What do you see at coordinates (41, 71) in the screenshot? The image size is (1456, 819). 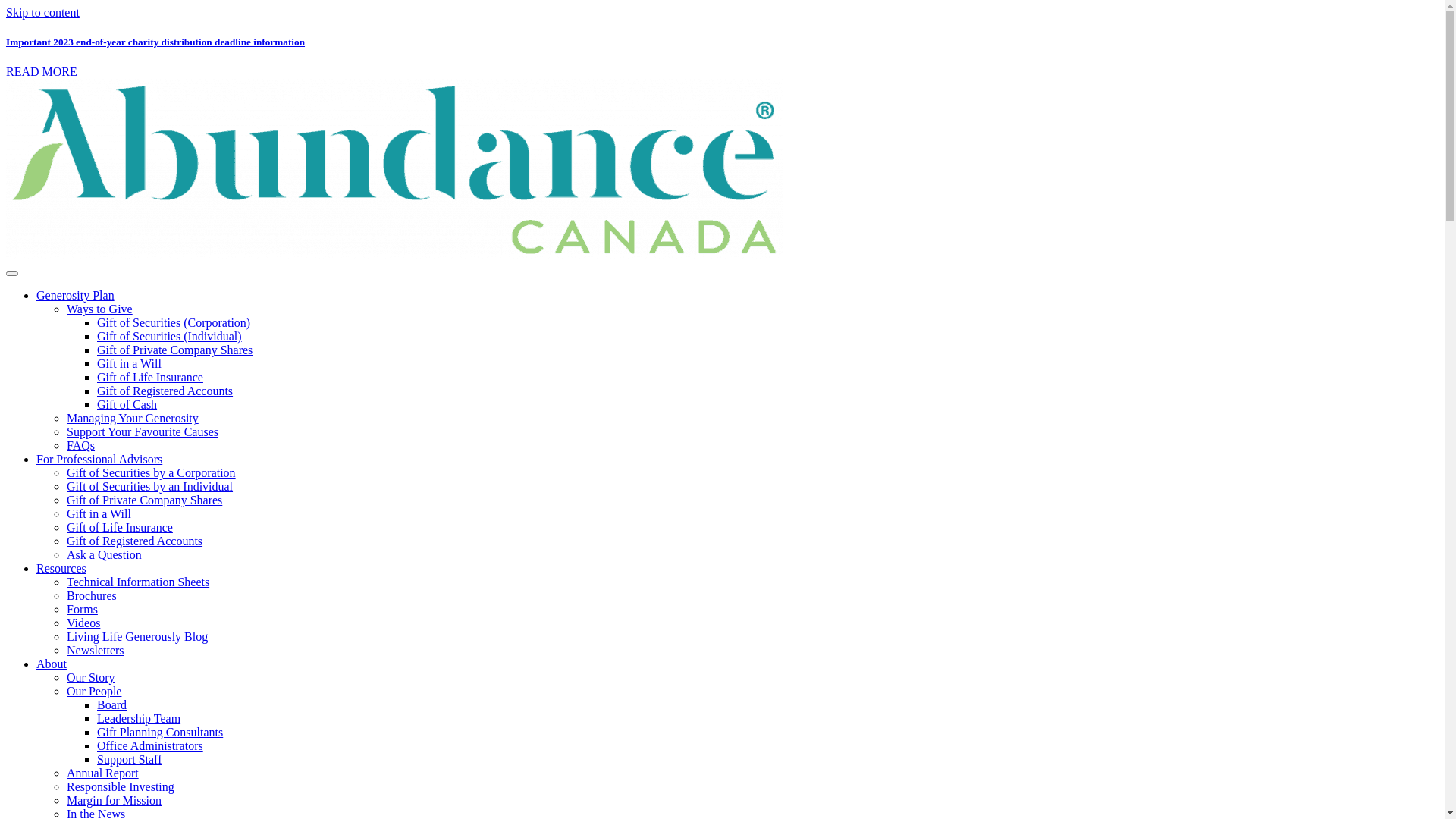 I see `'READ MORE'` at bounding box center [41, 71].